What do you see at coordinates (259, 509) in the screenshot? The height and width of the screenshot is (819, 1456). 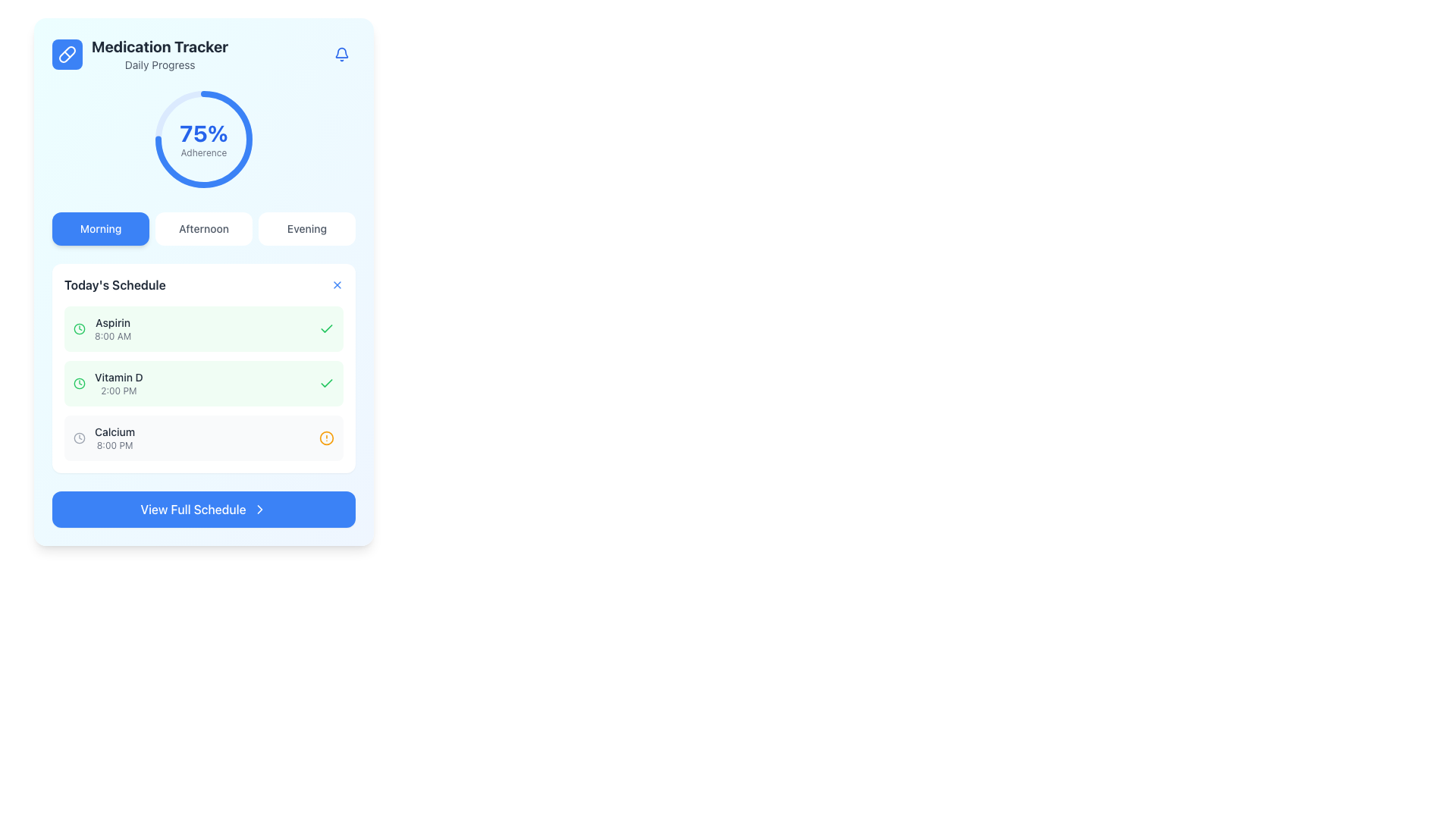 I see `the decorative element located on the right-hand side of the 'View Full Schedule' button to indicate that it serves as an interactive navigation icon` at bounding box center [259, 509].